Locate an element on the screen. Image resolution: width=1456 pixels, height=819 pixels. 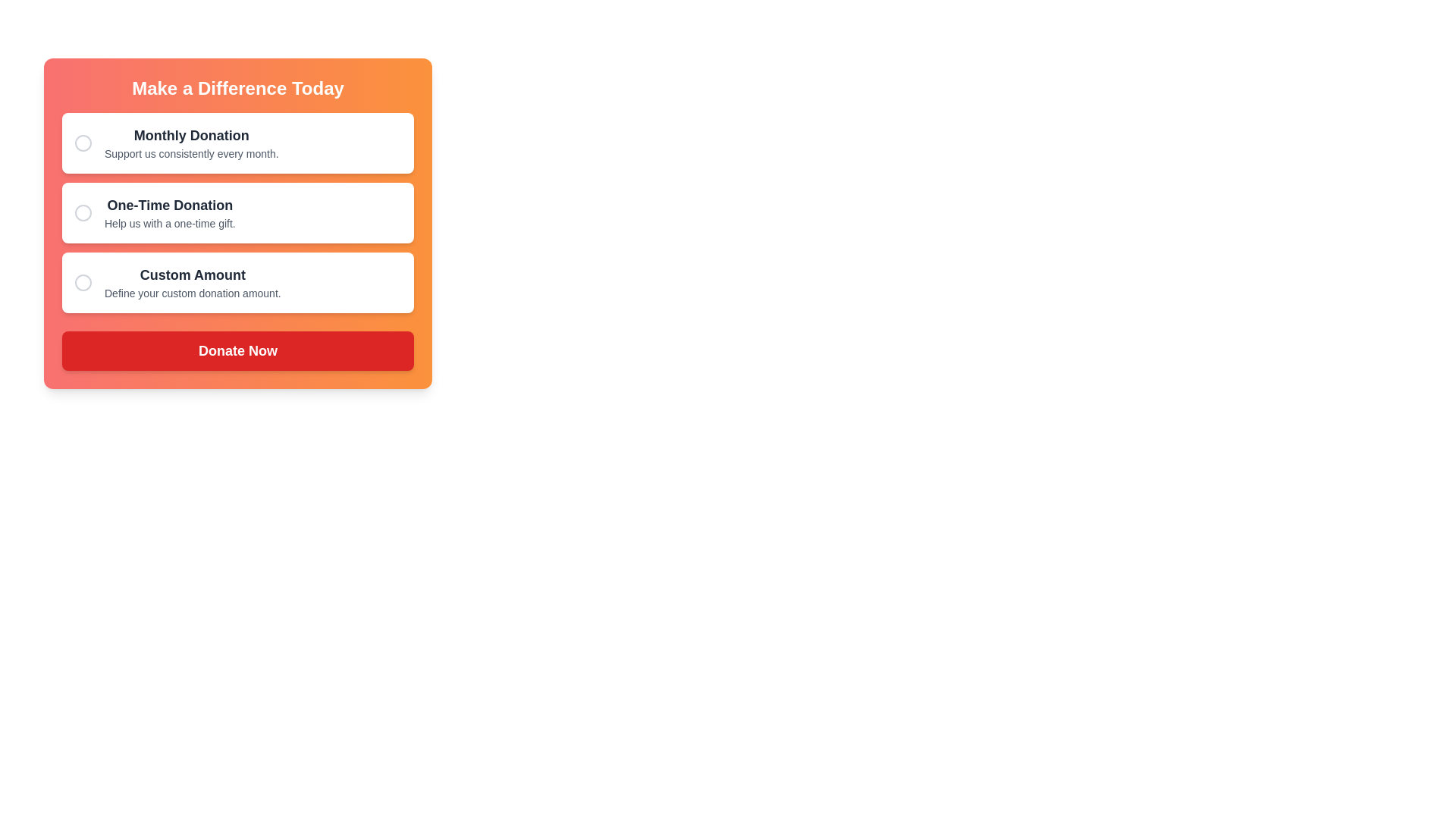
the rectangular red 'Donate Now' button with white bold text at the bottom of the donation options card to confirm the action is located at coordinates (237, 350).